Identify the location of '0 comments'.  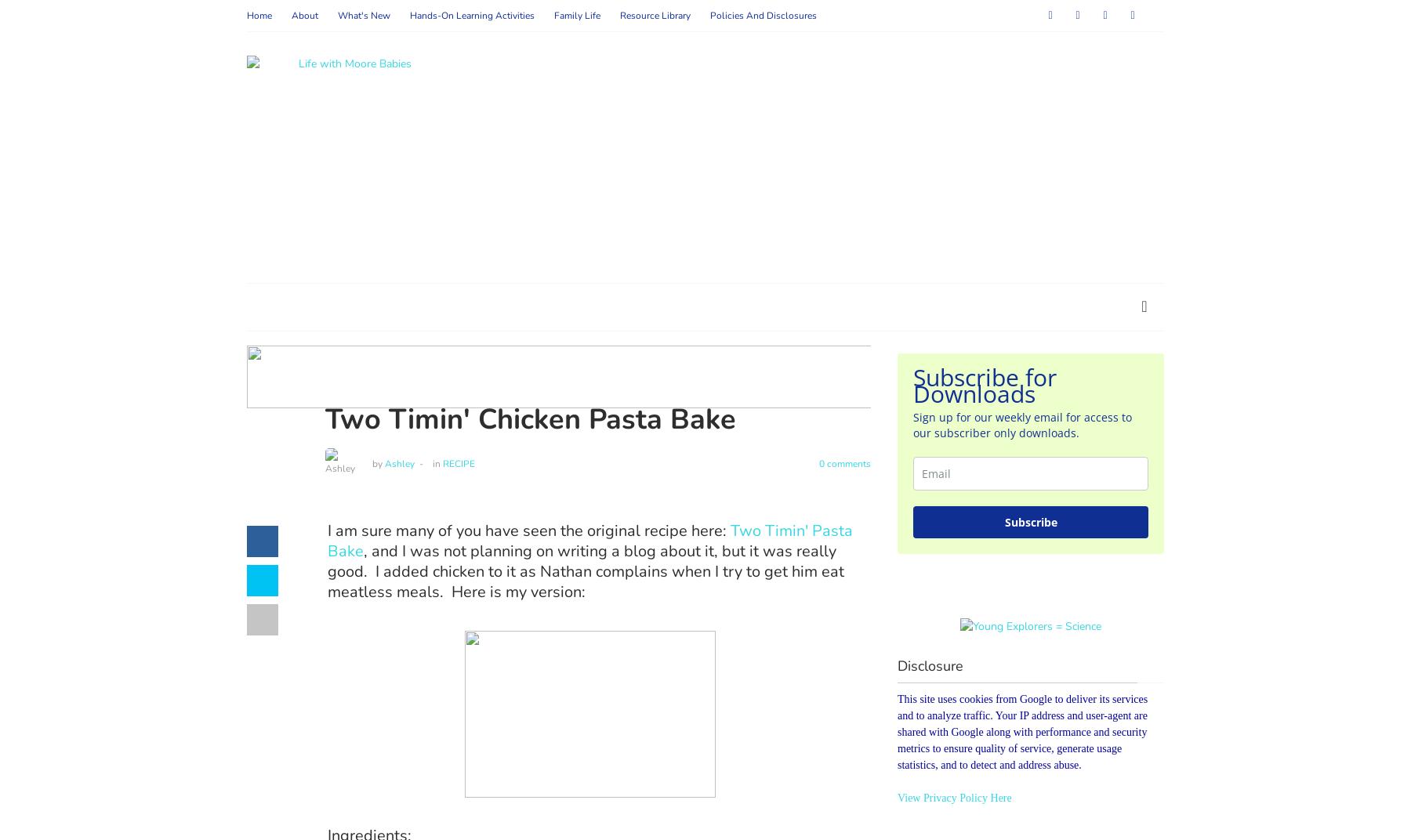
(843, 462).